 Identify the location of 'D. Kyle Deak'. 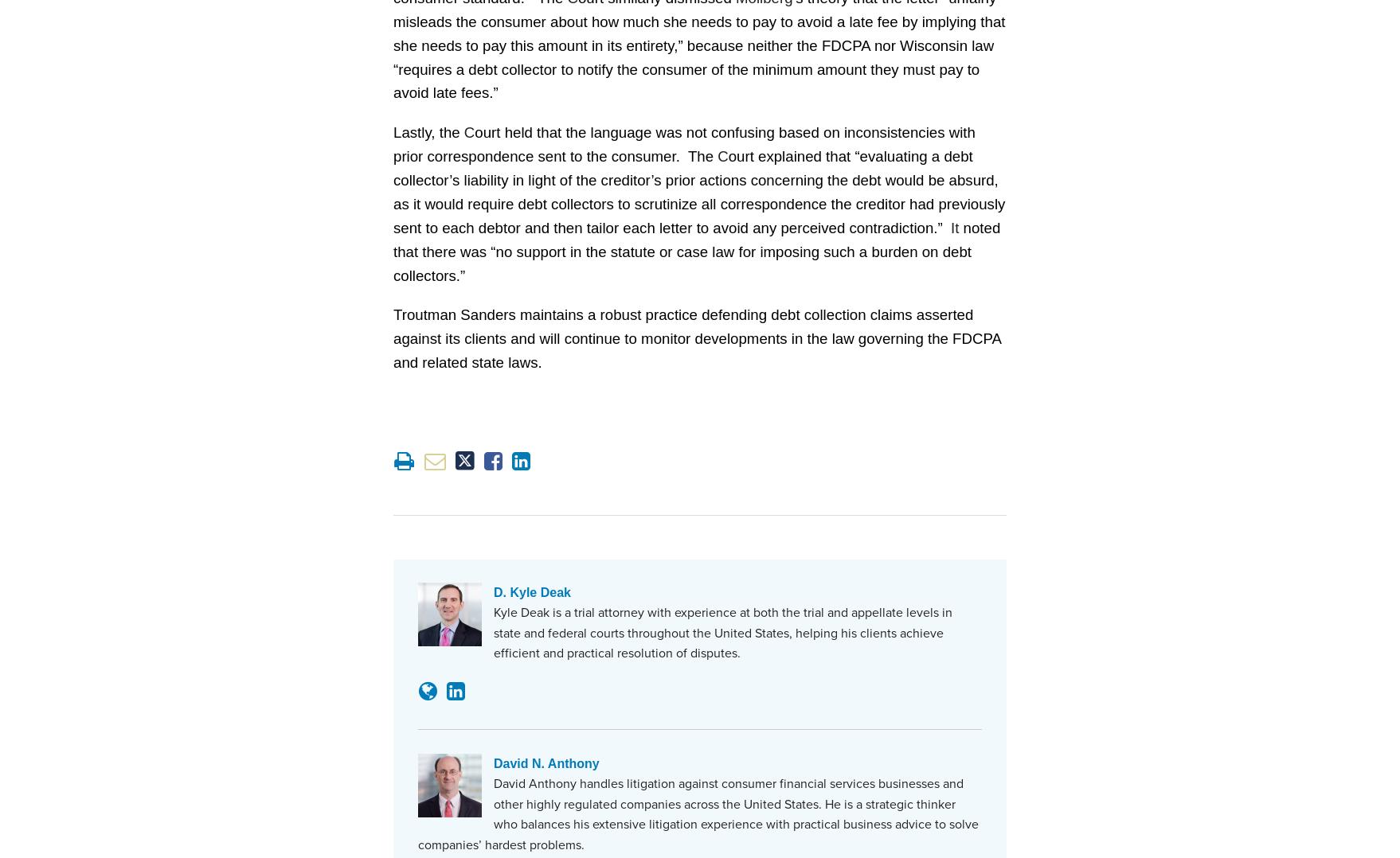
(530, 591).